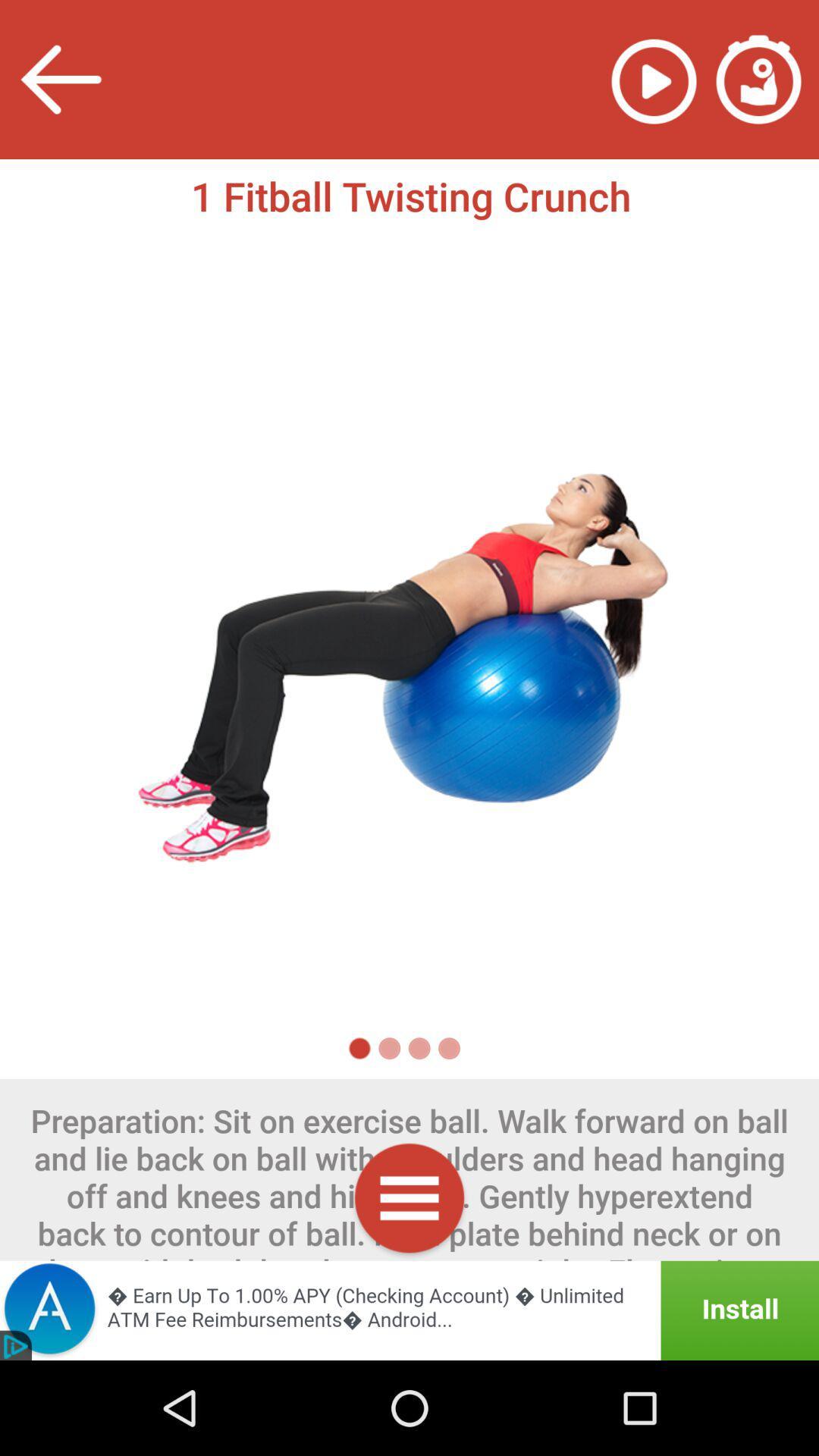 This screenshot has width=819, height=1456. What do you see at coordinates (653, 79) in the screenshot?
I see `switch autoplay option` at bounding box center [653, 79].